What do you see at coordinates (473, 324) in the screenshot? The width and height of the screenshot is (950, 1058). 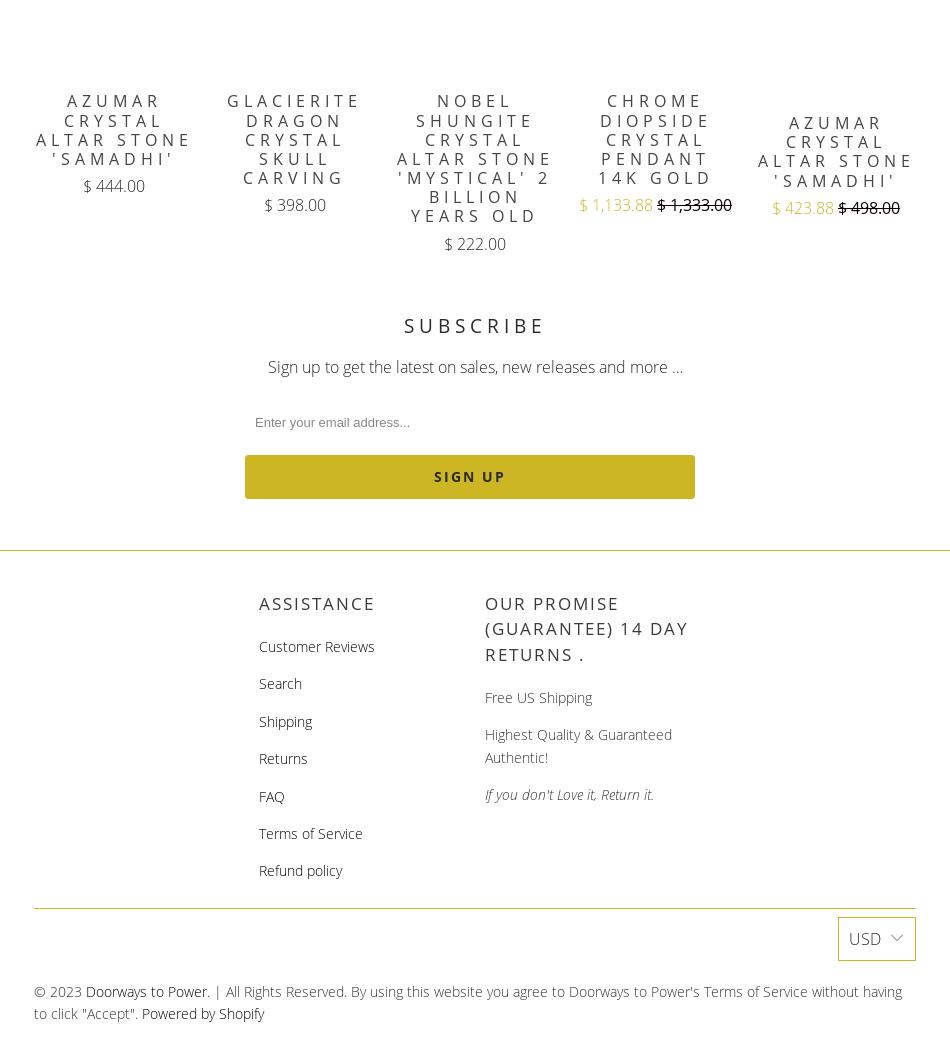 I see `'Subscribe'` at bounding box center [473, 324].